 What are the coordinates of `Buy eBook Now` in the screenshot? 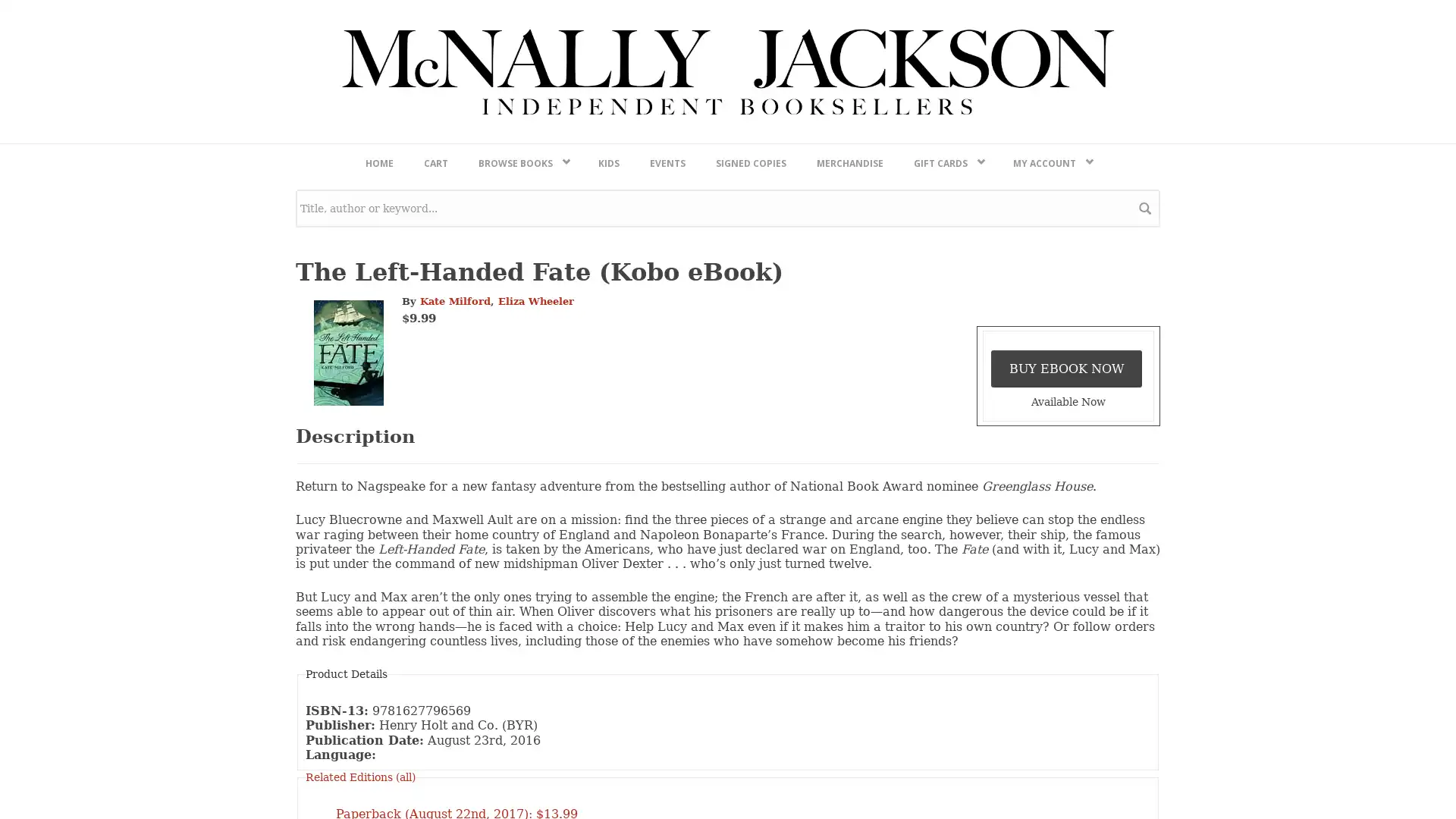 It's located at (1065, 767).